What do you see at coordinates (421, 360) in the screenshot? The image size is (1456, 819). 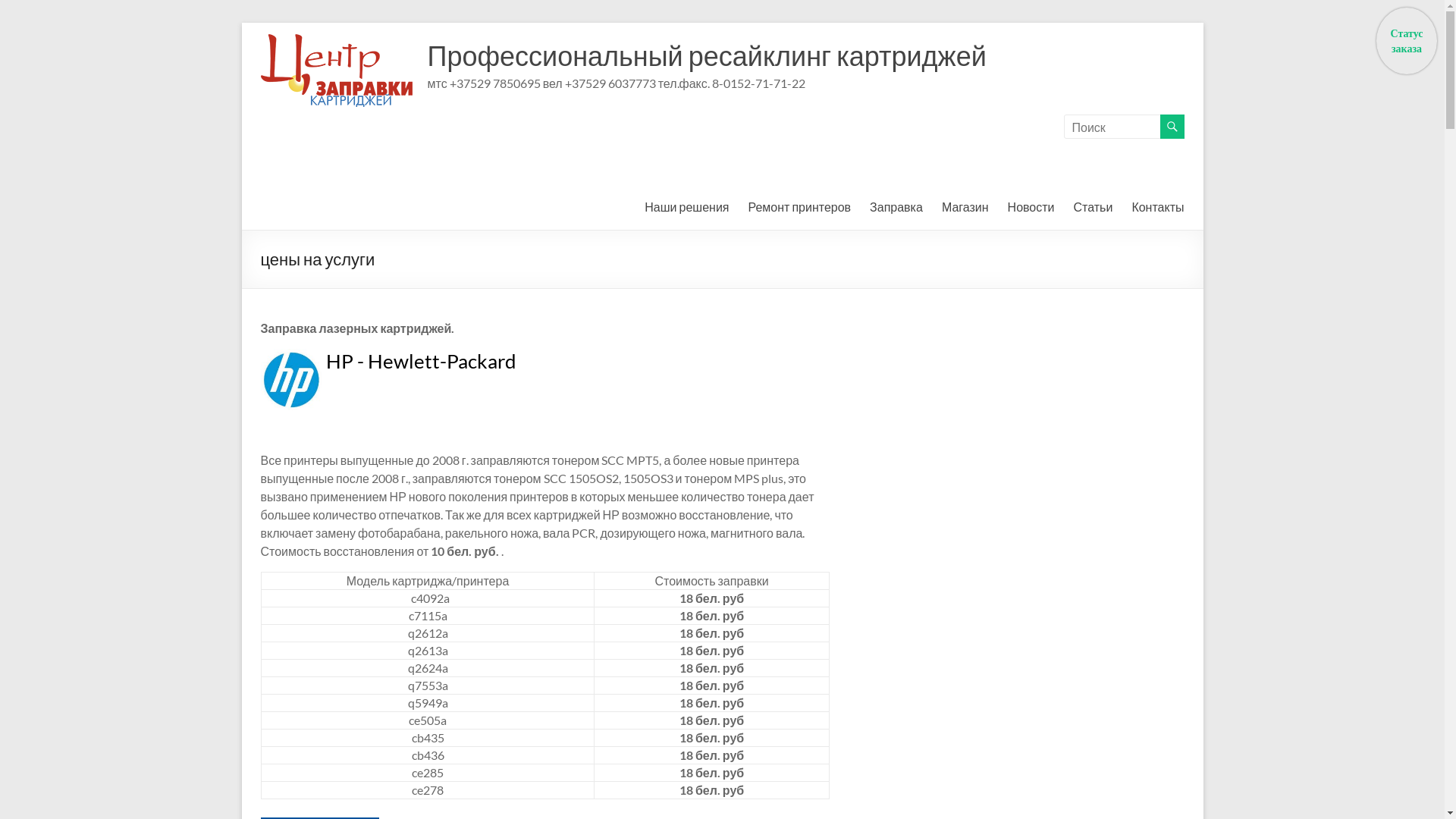 I see `'HP - Hewlett-Packard'` at bounding box center [421, 360].